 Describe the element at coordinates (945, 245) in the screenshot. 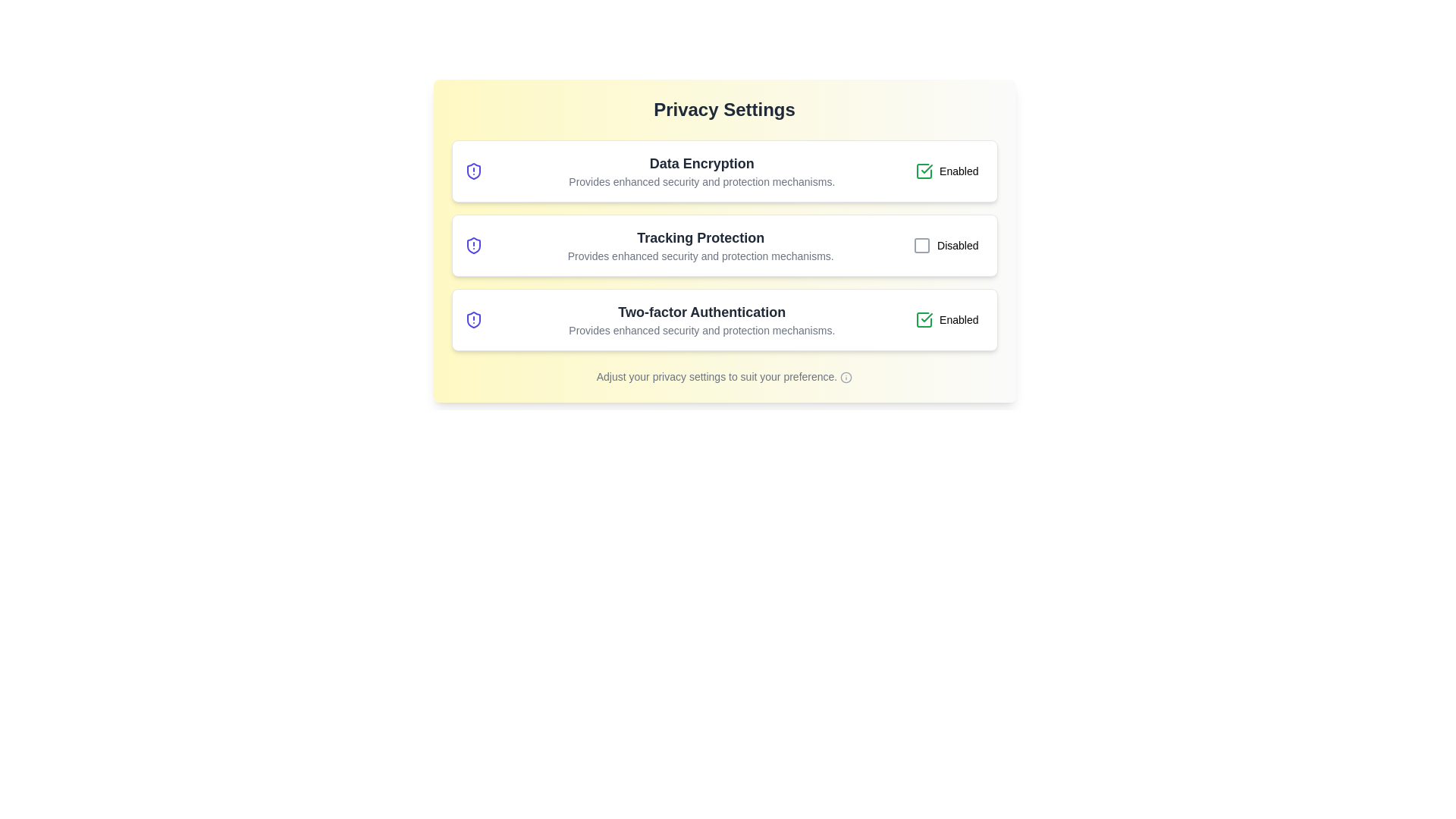

I see `the 'Disabled' checkbox in the 'Tracking Protection' settings section` at that location.